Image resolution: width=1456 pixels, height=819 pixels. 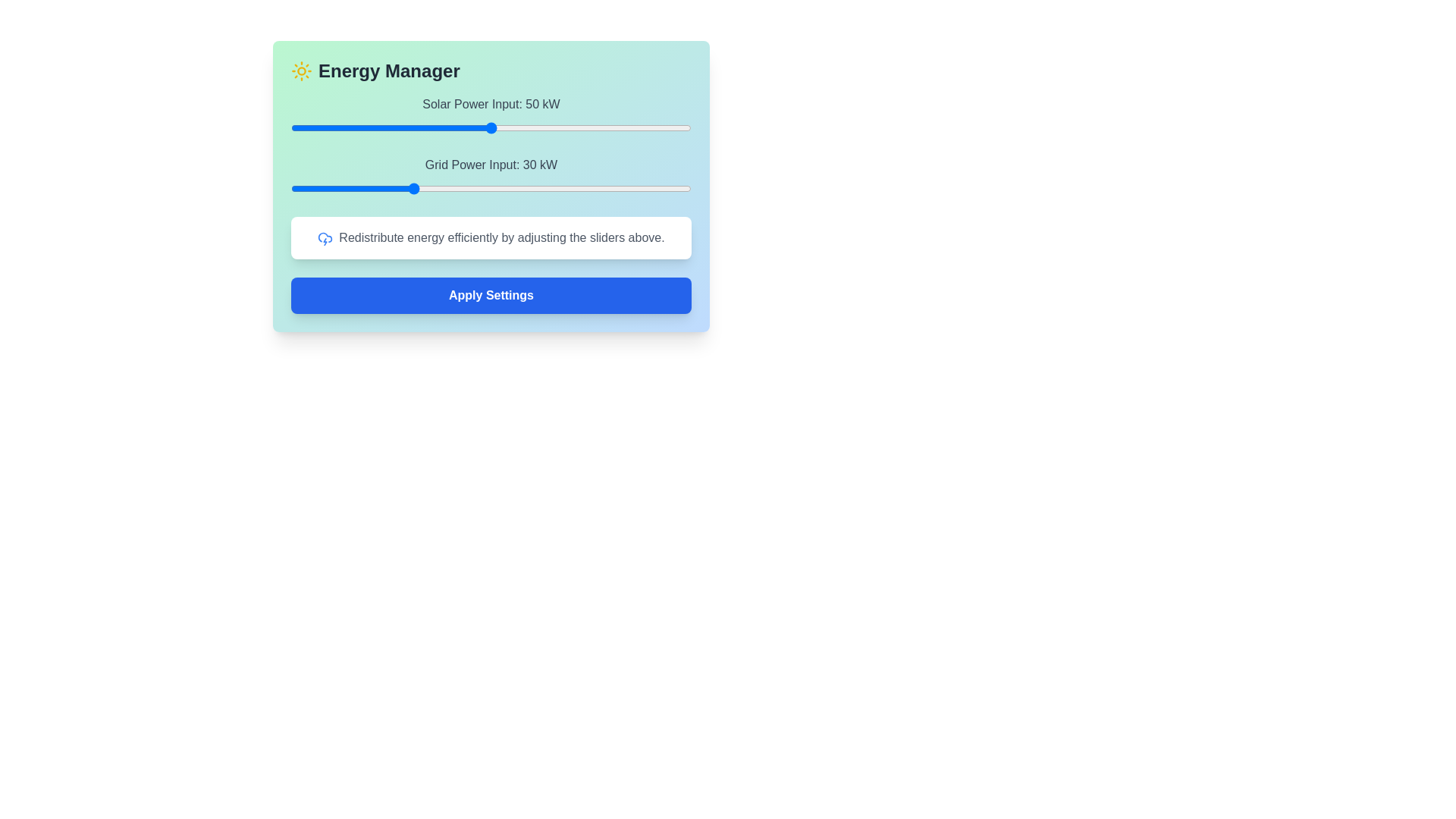 What do you see at coordinates (643, 127) in the screenshot?
I see `the Solar Power Input slider to 88 kW` at bounding box center [643, 127].